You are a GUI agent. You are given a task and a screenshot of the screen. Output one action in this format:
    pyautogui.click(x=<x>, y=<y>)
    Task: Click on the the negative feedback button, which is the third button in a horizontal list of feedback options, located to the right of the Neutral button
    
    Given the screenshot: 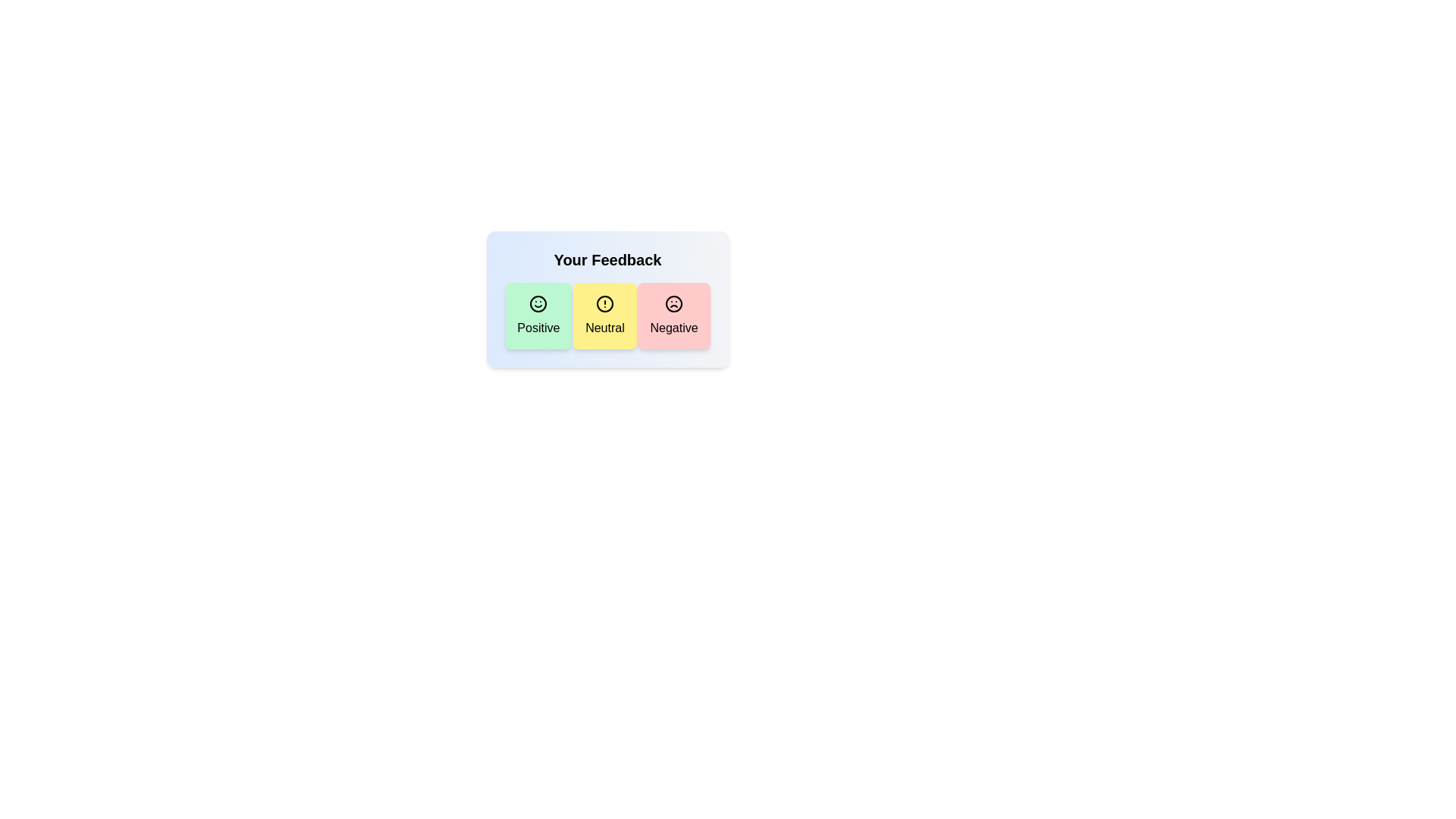 What is the action you would take?
    pyautogui.click(x=673, y=315)
    